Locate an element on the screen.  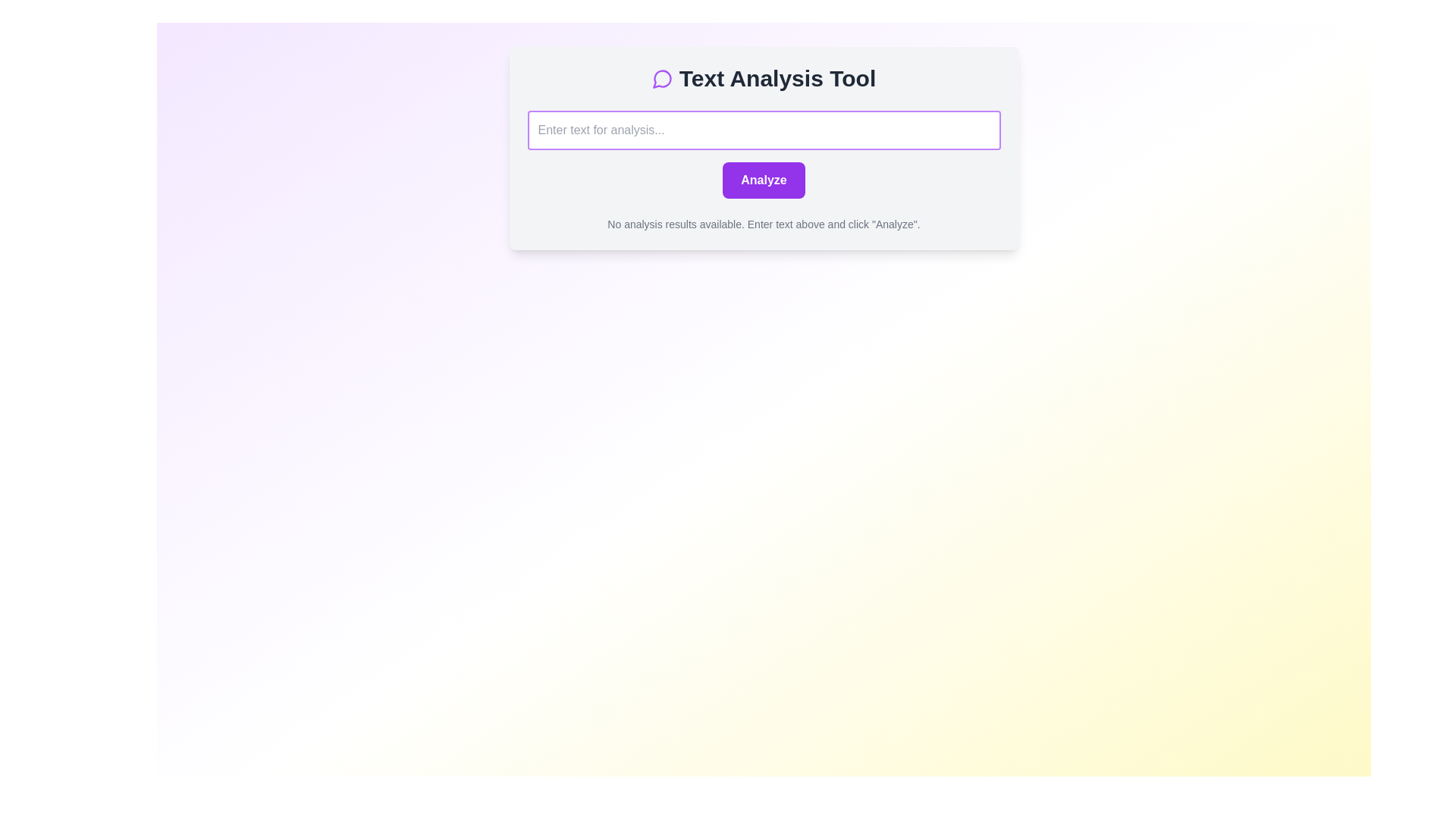
the rectangular button with a purple background and white text reading 'Analyze' to observe the animation effect is located at coordinates (764, 180).